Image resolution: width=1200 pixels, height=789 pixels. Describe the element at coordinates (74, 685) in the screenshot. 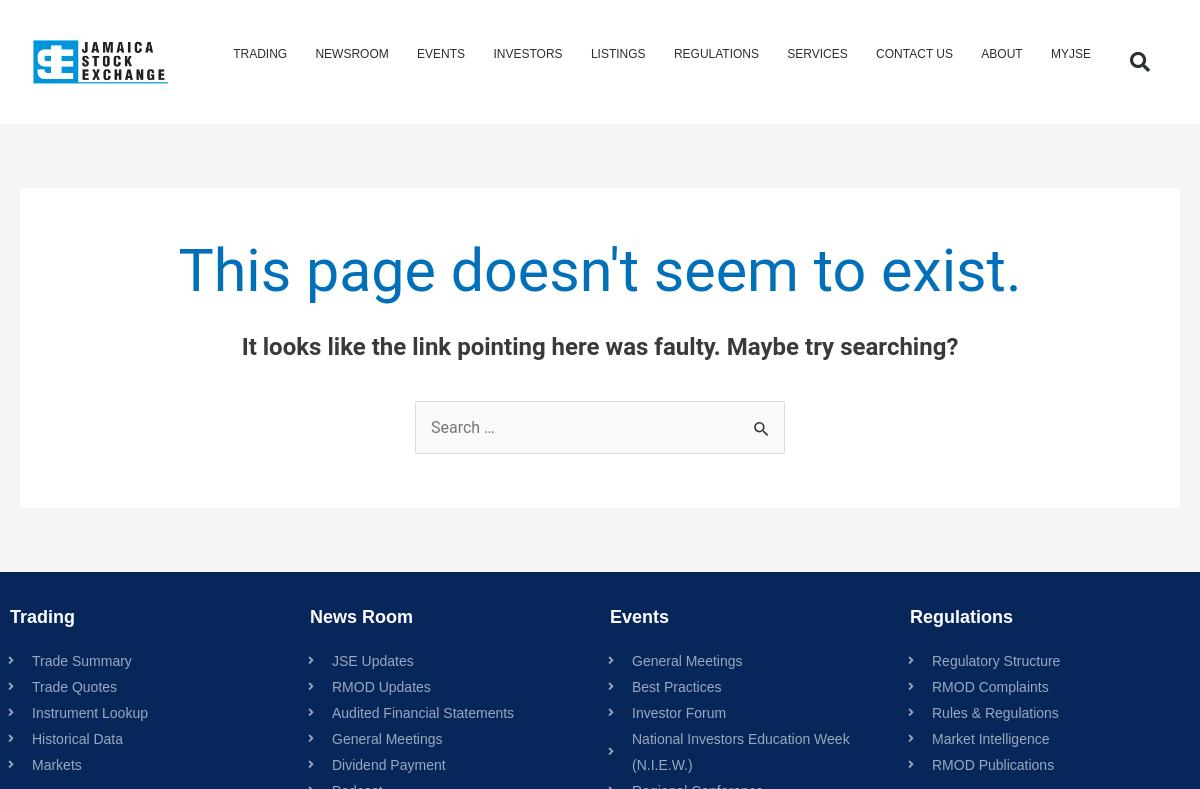

I see `'Trade Quotes'` at that location.